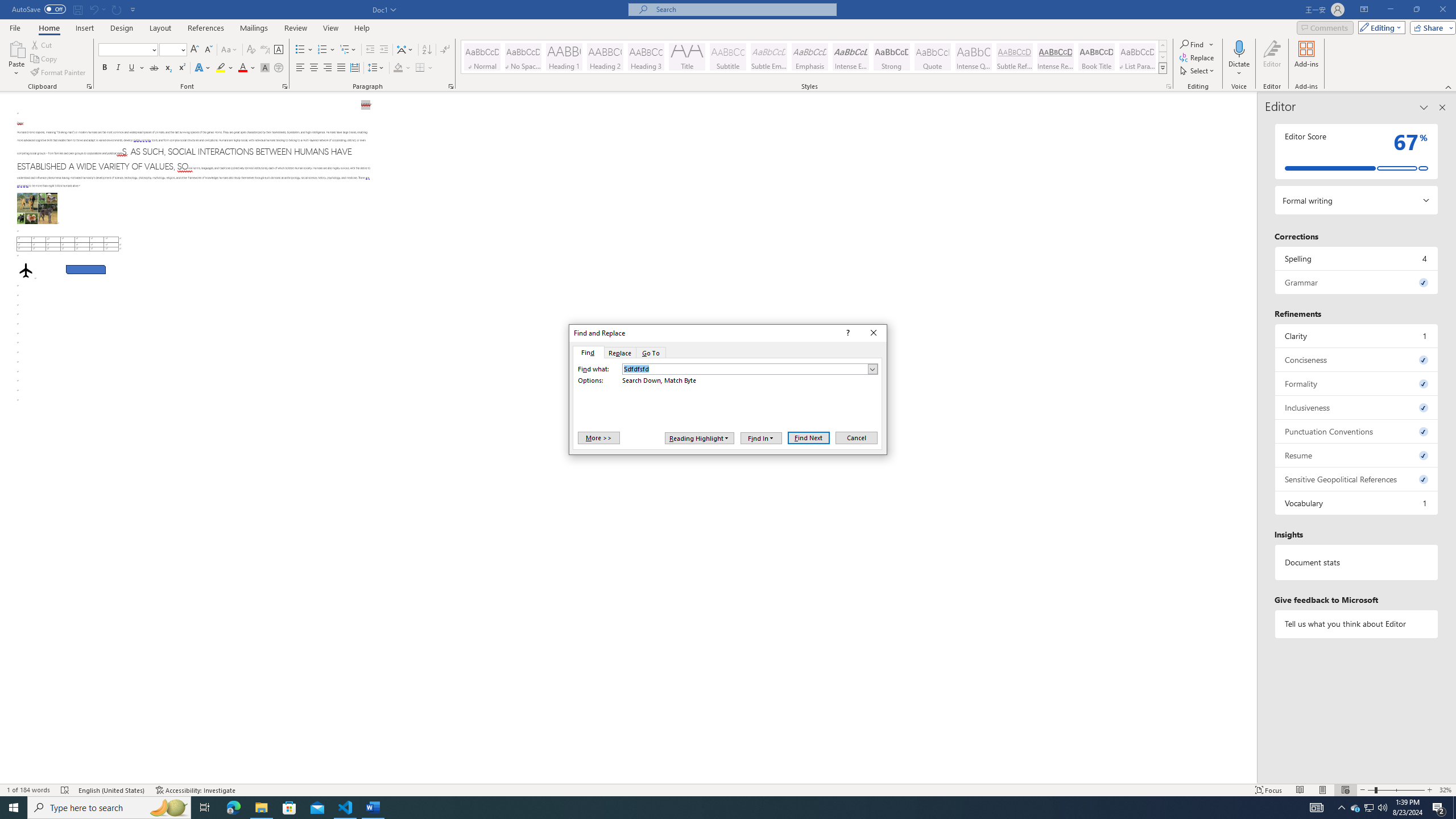  What do you see at coordinates (686, 56) in the screenshot?
I see `'Title'` at bounding box center [686, 56].